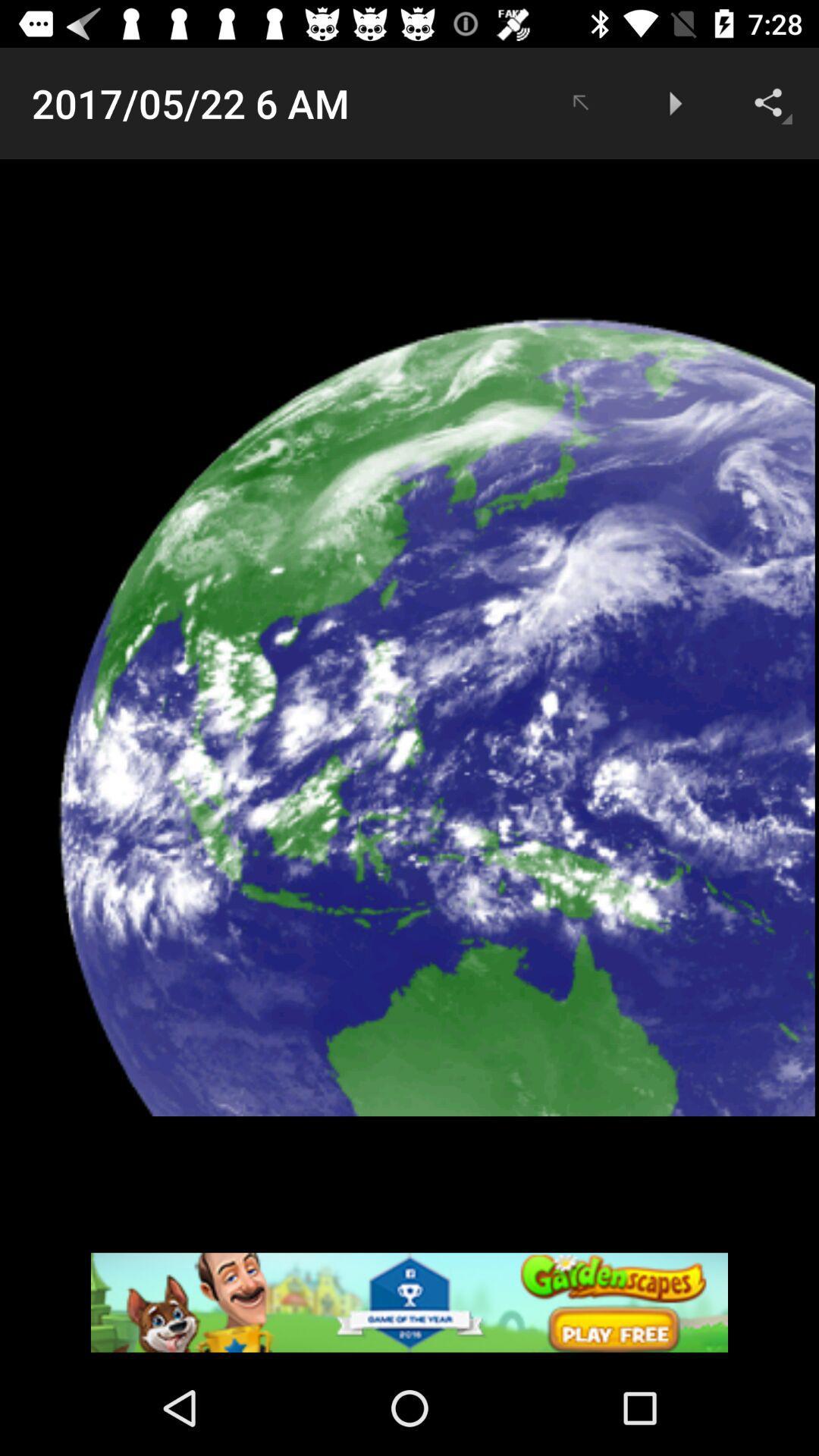 The image size is (819, 1456). Describe the element at coordinates (579, 102) in the screenshot. I see `item to the right of the 2017 05 22 app` at that location.